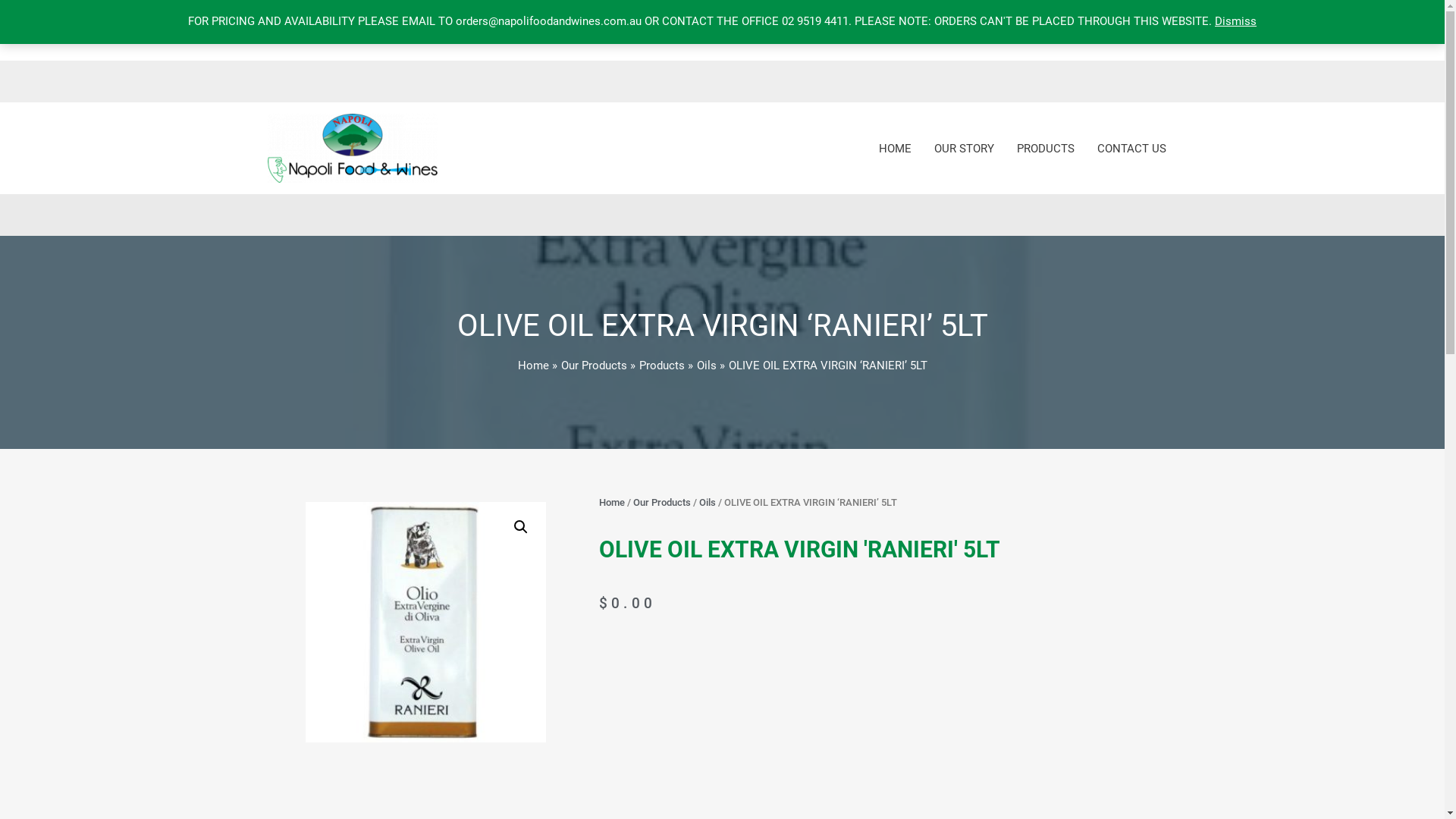 This screenshot has height=819, width=1456. What do you see at coordinates (425, 622) in the screenshot?
I see `'evoo ranieri 5lt'` at bounding box center [425, 622].